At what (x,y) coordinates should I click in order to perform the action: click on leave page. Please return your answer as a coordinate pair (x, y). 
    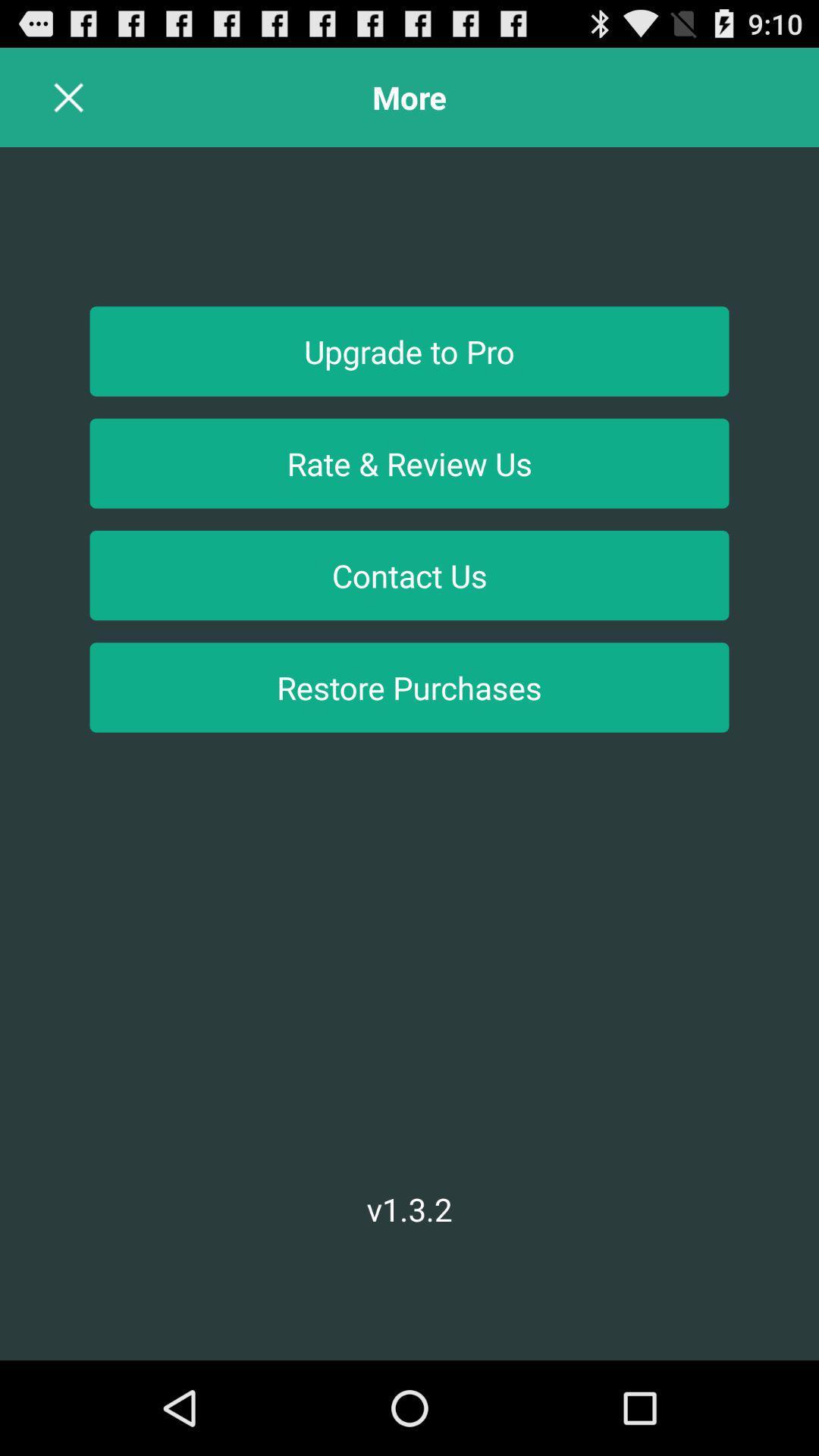
    Looking at the image, I should click on (69, 96).